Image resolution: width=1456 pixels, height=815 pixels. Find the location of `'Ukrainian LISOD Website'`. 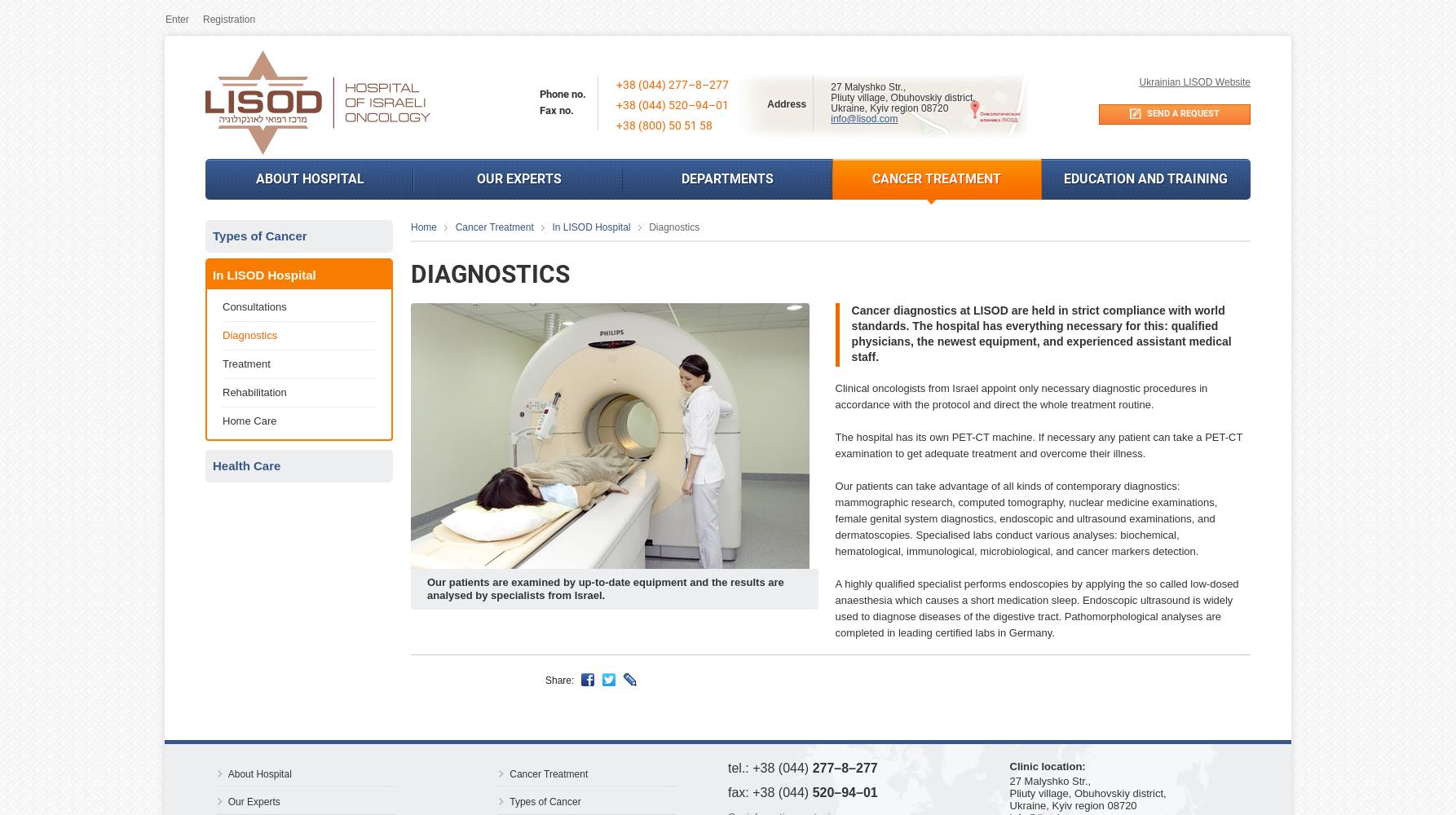

'Ukrainian LISOD Website' is located at coordinates (1193, 81).